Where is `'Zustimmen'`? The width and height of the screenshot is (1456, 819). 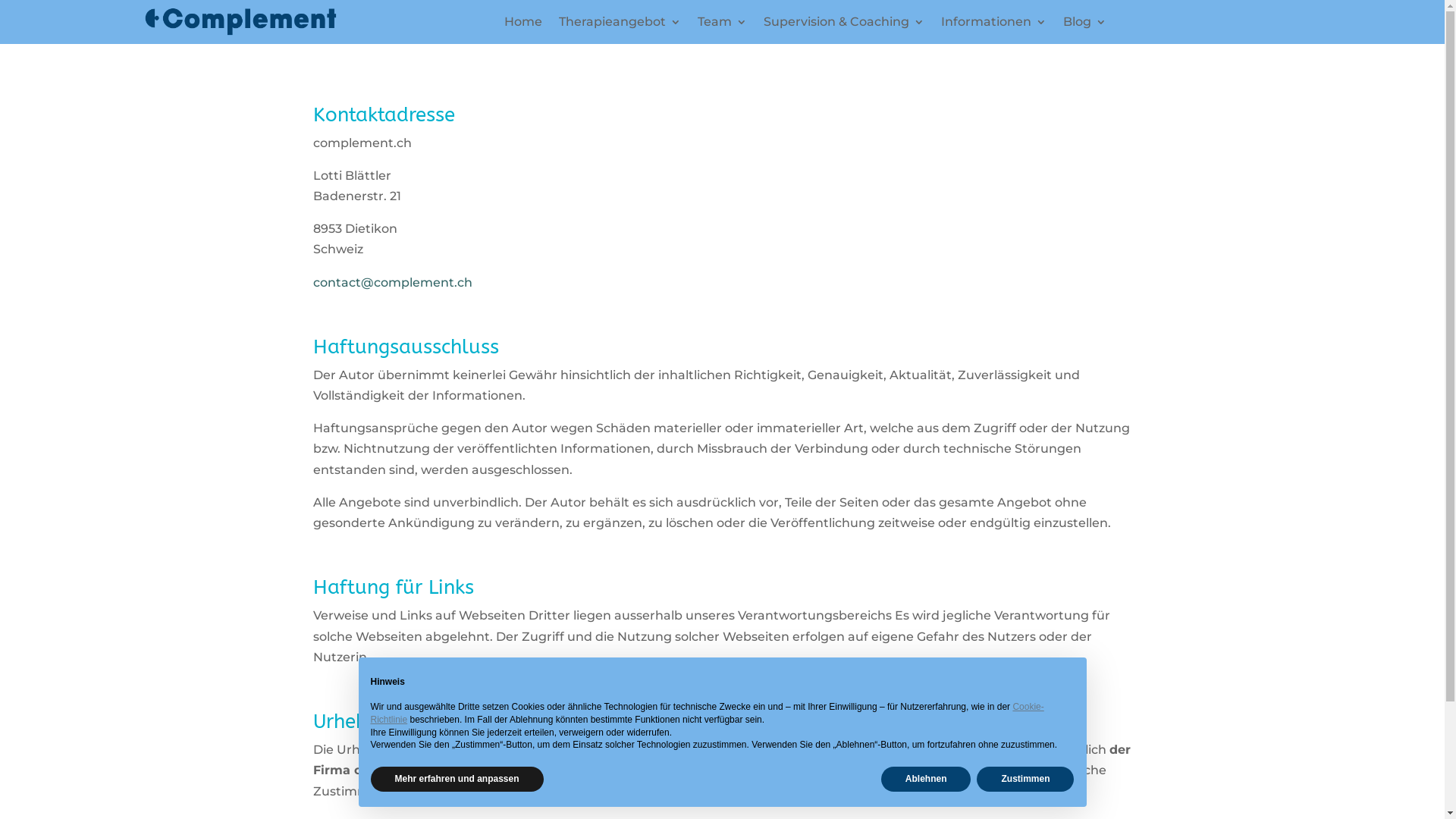 'Zustimmen' is located at coordinates (1025, 779).